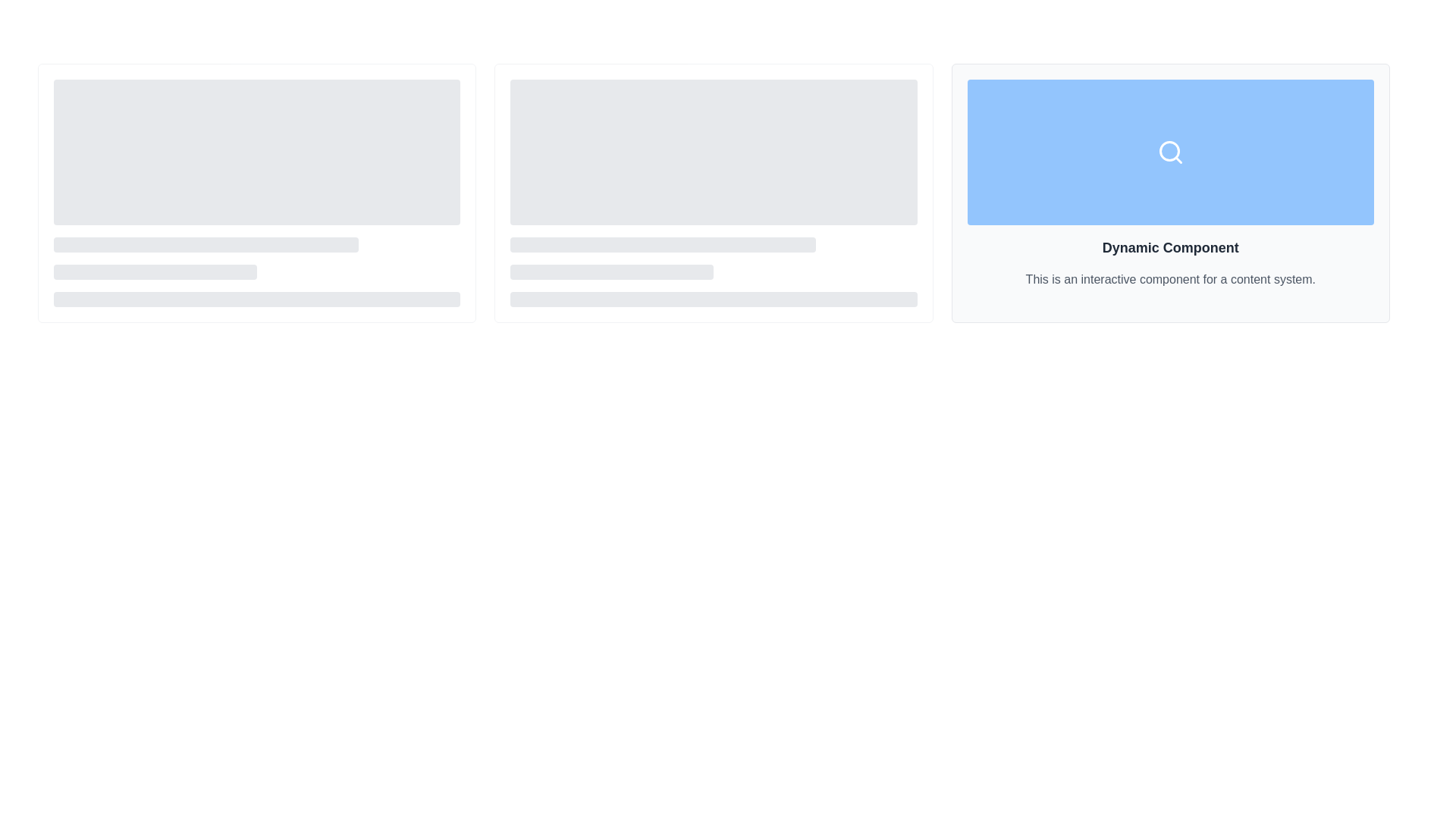  Describe the element at coordinates (1169, 247) in the screenshot. I see `the title text component located at the top of the third card in a grid layout, which is highlighted by a light blue background and features a magnifying glass icon above it` at that location.